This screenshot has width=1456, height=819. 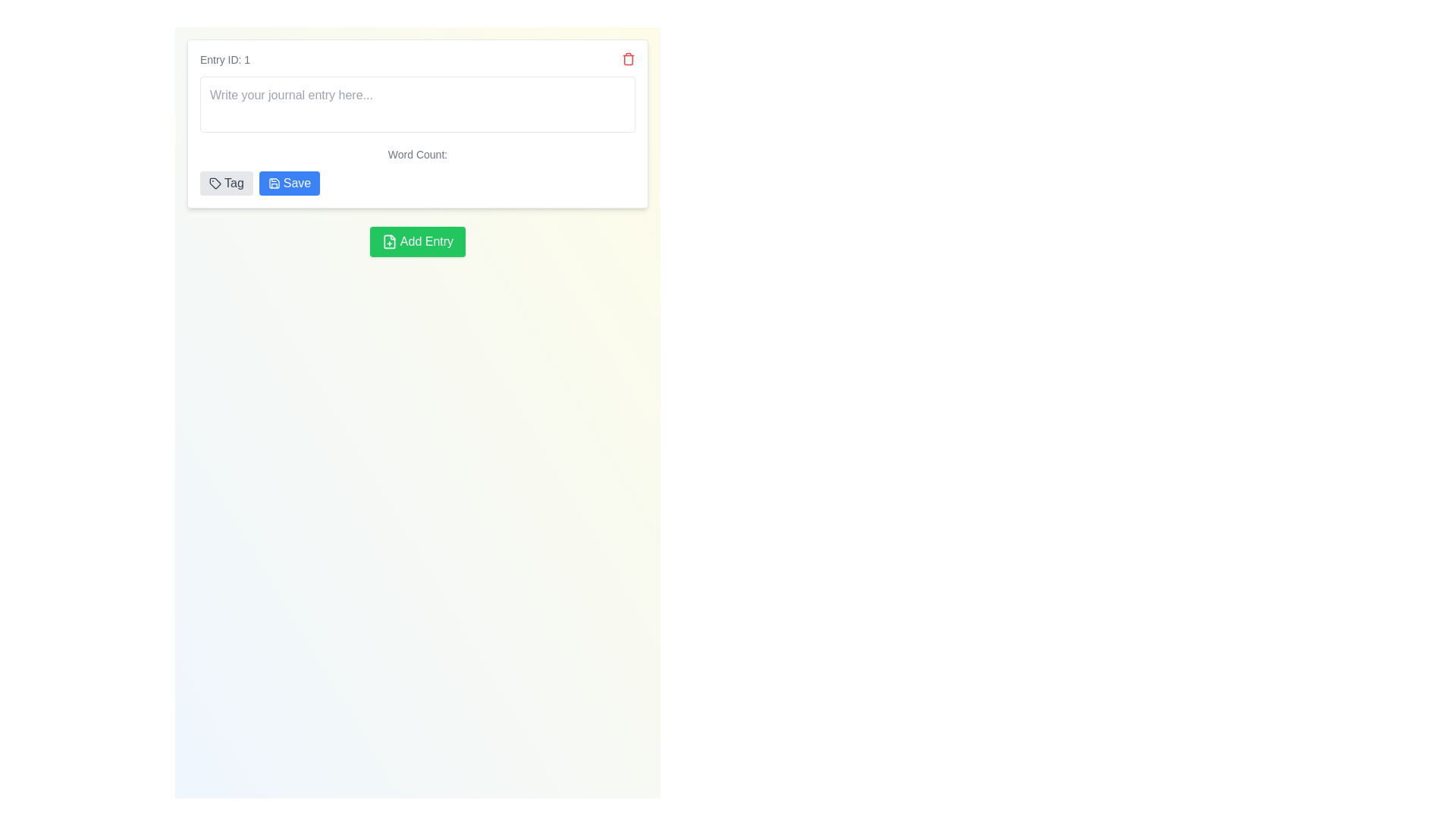 What do you see at coordinates (297, 183) in the screenshot?
I see `the 'Save' button label that indicates its purpose to save the current journal entry, located next to a floppy disk icon and adjacent to a 'Tag' button` at bounding box center [297, 183].